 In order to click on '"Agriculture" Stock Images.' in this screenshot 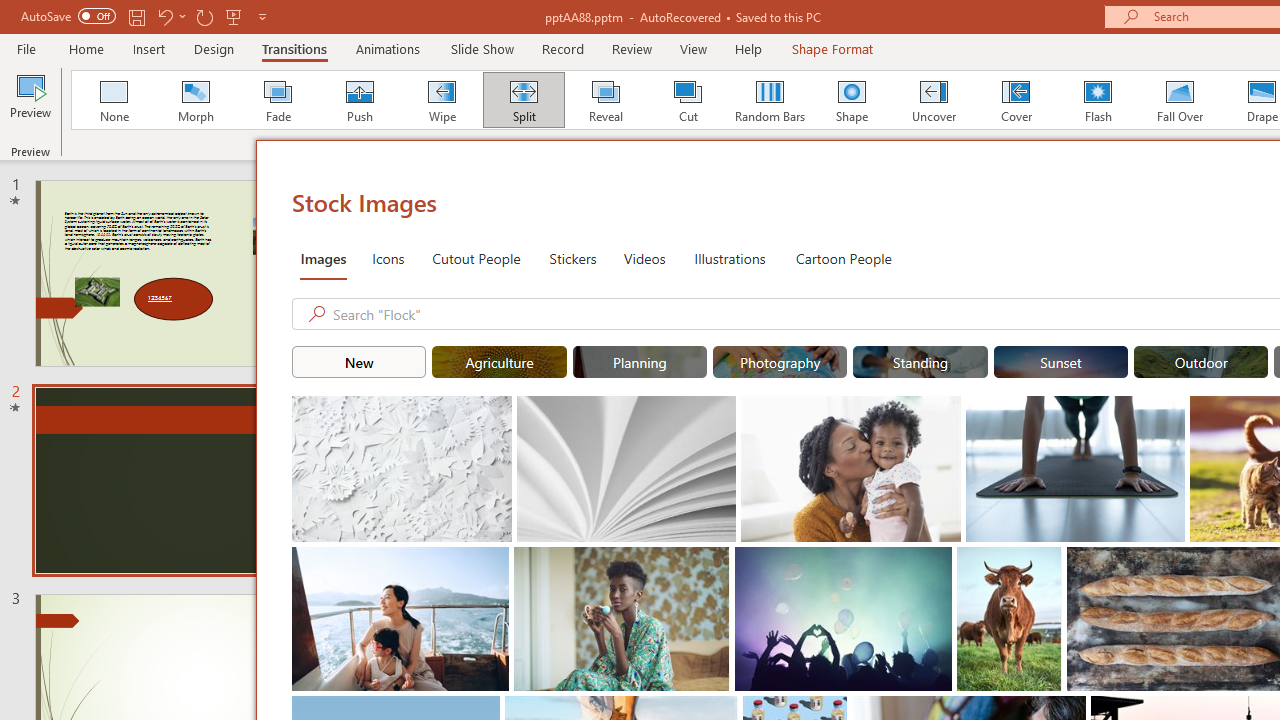, I will do `click(499, 362)`.